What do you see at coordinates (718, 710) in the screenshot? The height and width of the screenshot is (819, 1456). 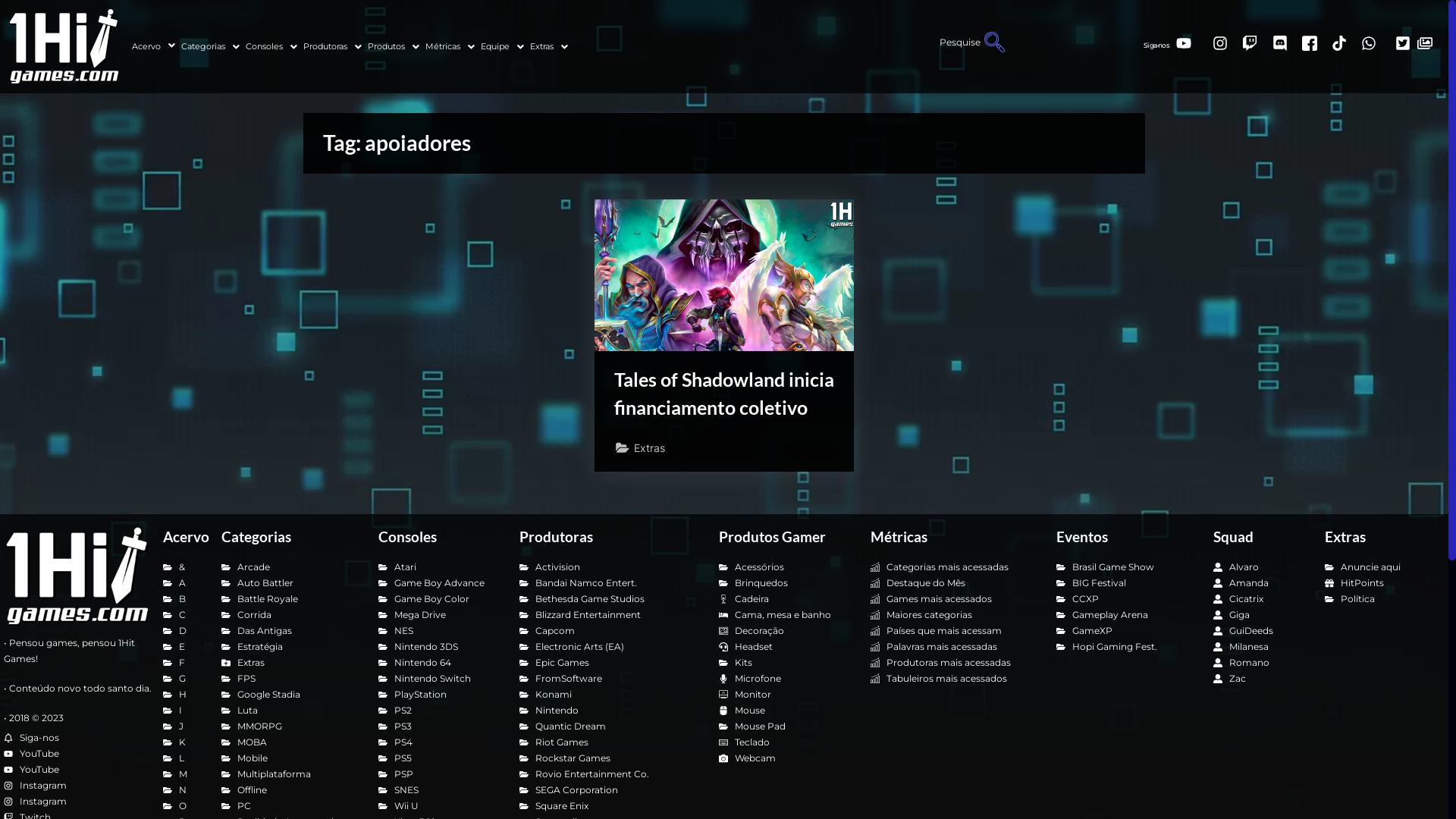 I see `'Mouse'` at bounding box center [718, 710].